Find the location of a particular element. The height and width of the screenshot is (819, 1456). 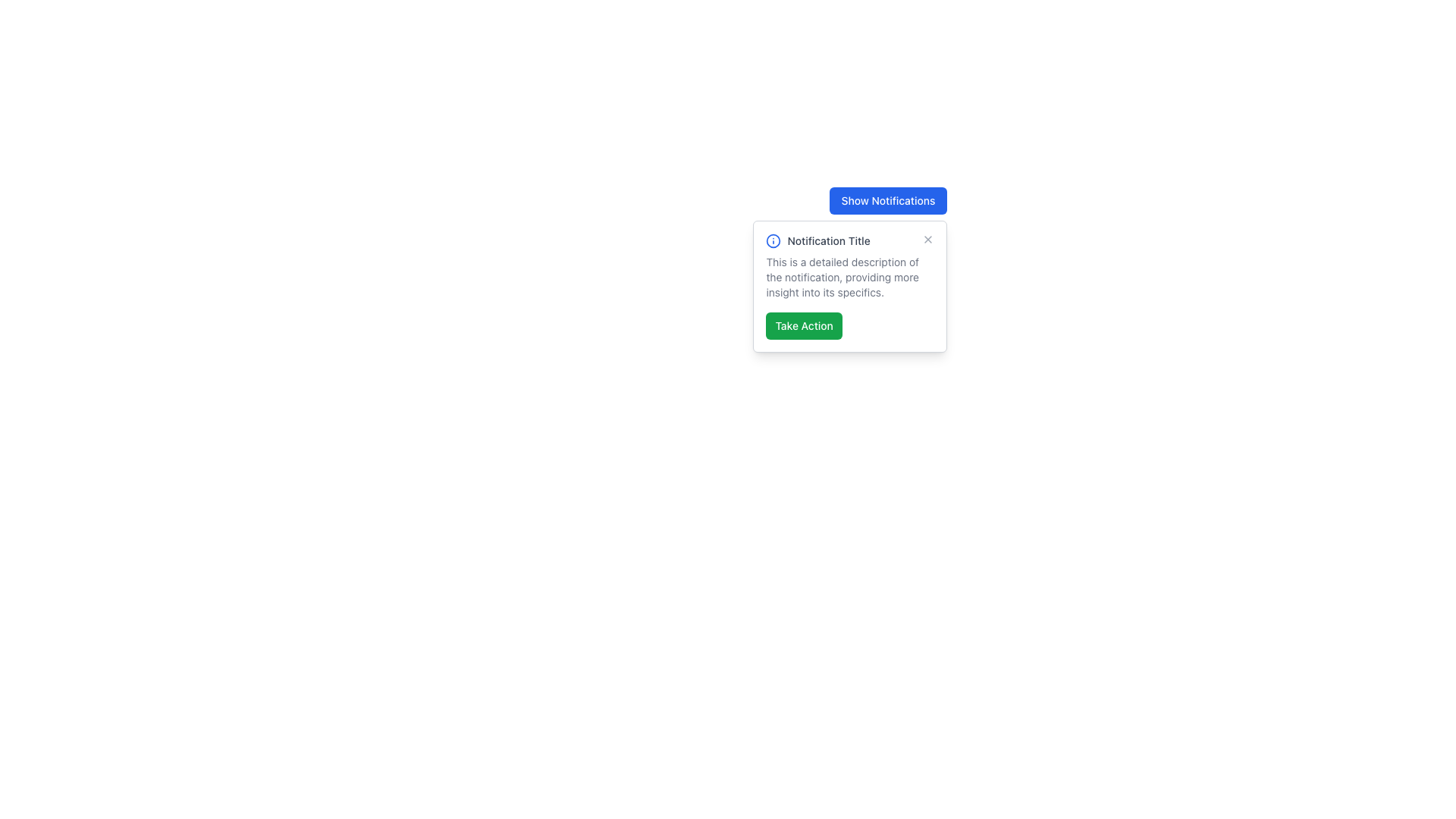

the text block that provides the main content within the white notification card, which is styled with a small grey font and is located beneath the heading 'Notification Title' and above the green 'Take Action' button is located at coordinates (850, 278).